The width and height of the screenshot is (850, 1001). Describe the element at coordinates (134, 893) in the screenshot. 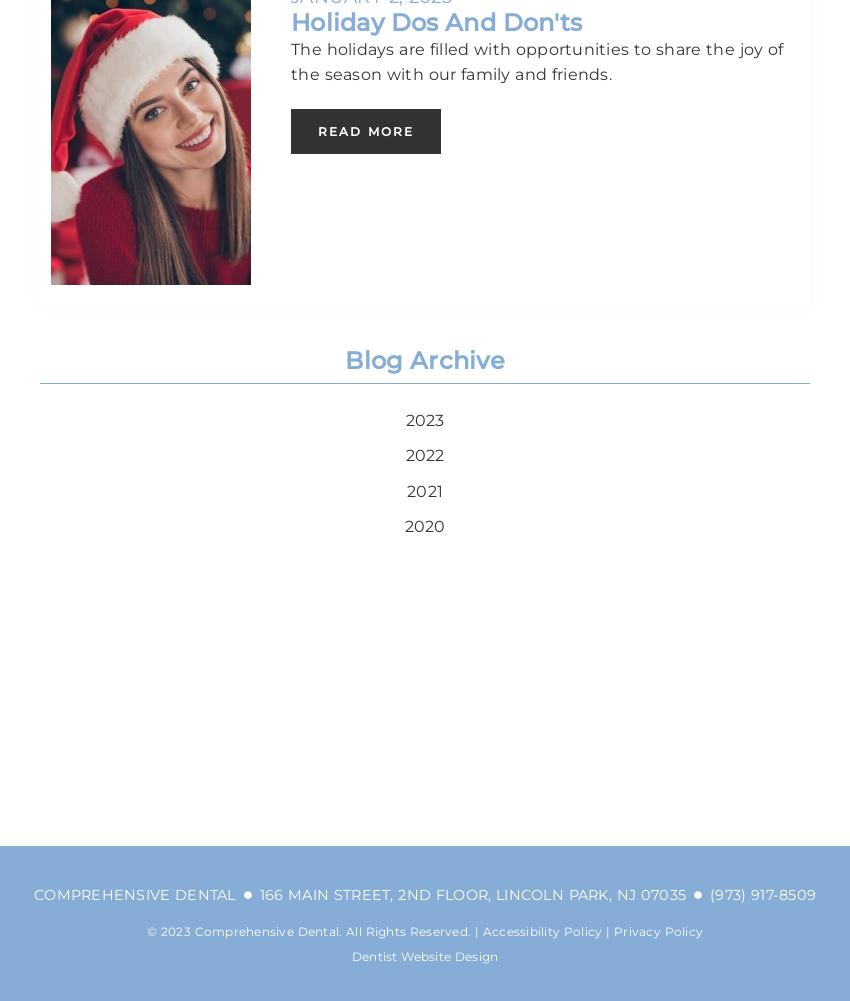

I see `'Comprehensive Dental'` at that location.